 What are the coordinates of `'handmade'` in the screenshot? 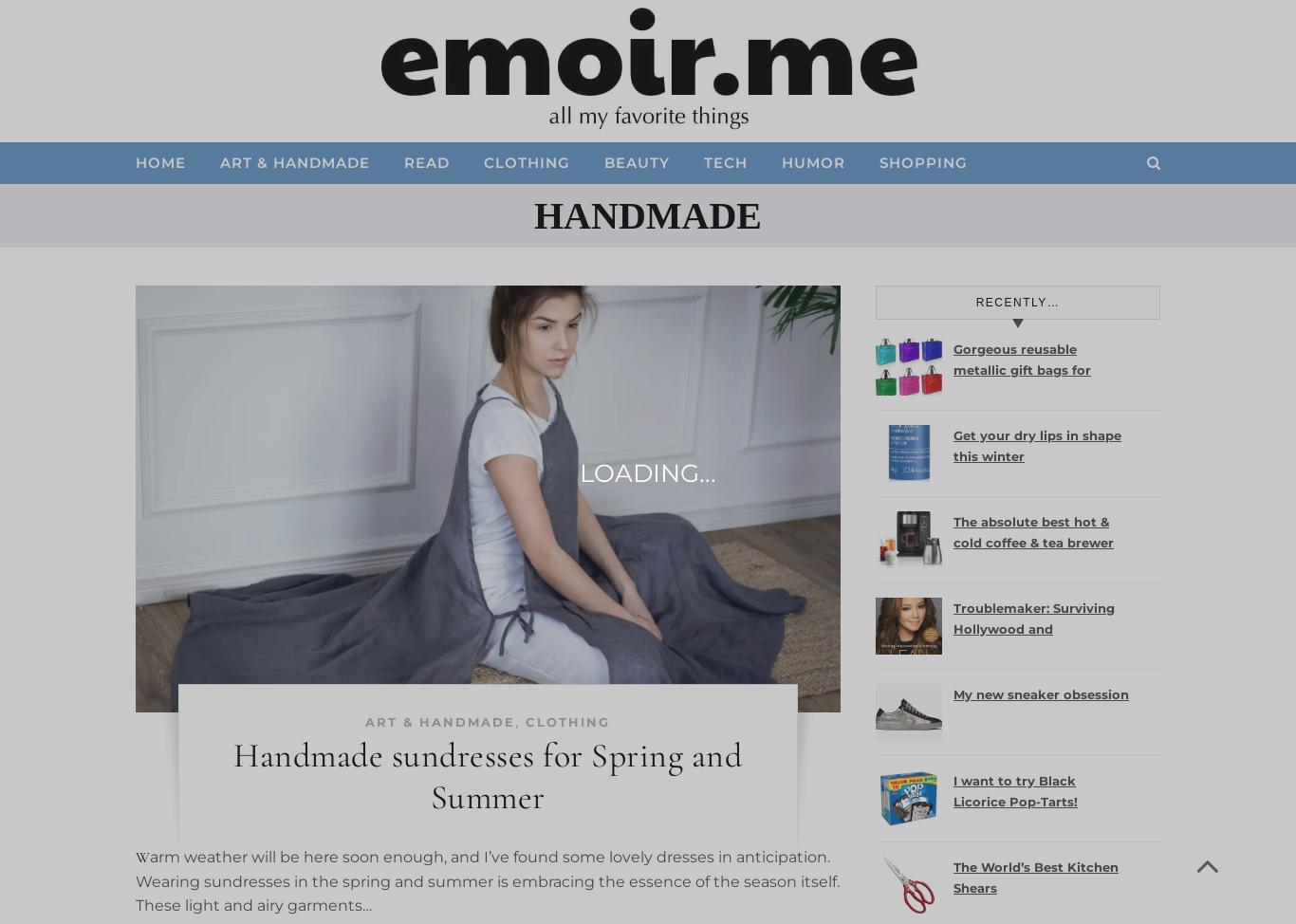 It's located at (646, 215).